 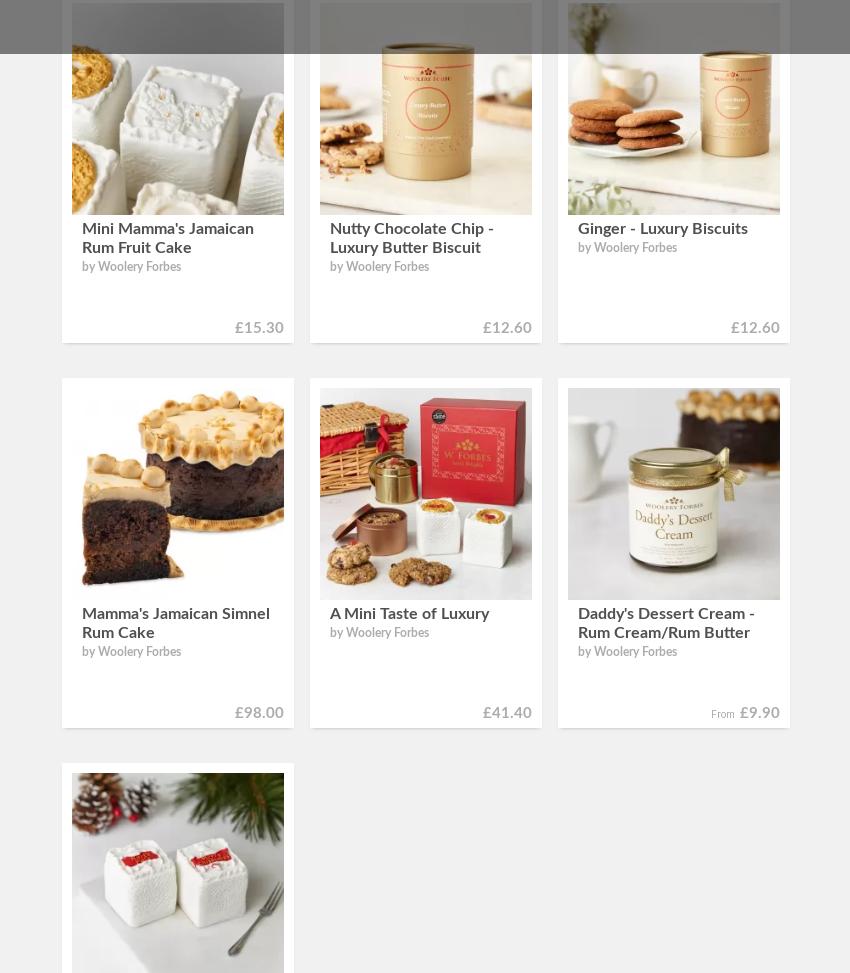 I want to click on 'Ginger - Luxury Biscuits', so click(x=663, y=226).